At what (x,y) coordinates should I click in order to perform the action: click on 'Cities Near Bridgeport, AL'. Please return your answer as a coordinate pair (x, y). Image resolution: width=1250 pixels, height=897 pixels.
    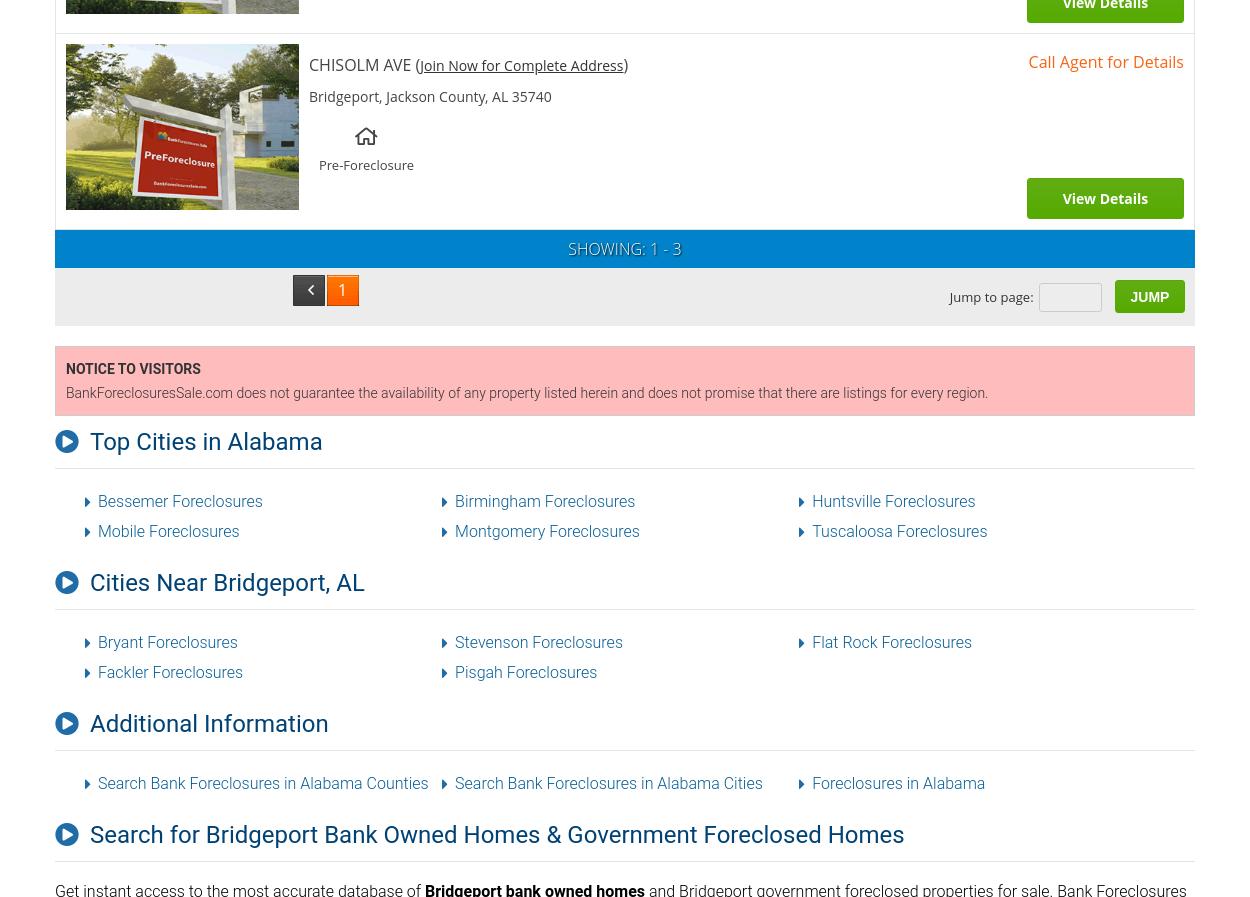
    Looking at the image, I should click on (226, 582).